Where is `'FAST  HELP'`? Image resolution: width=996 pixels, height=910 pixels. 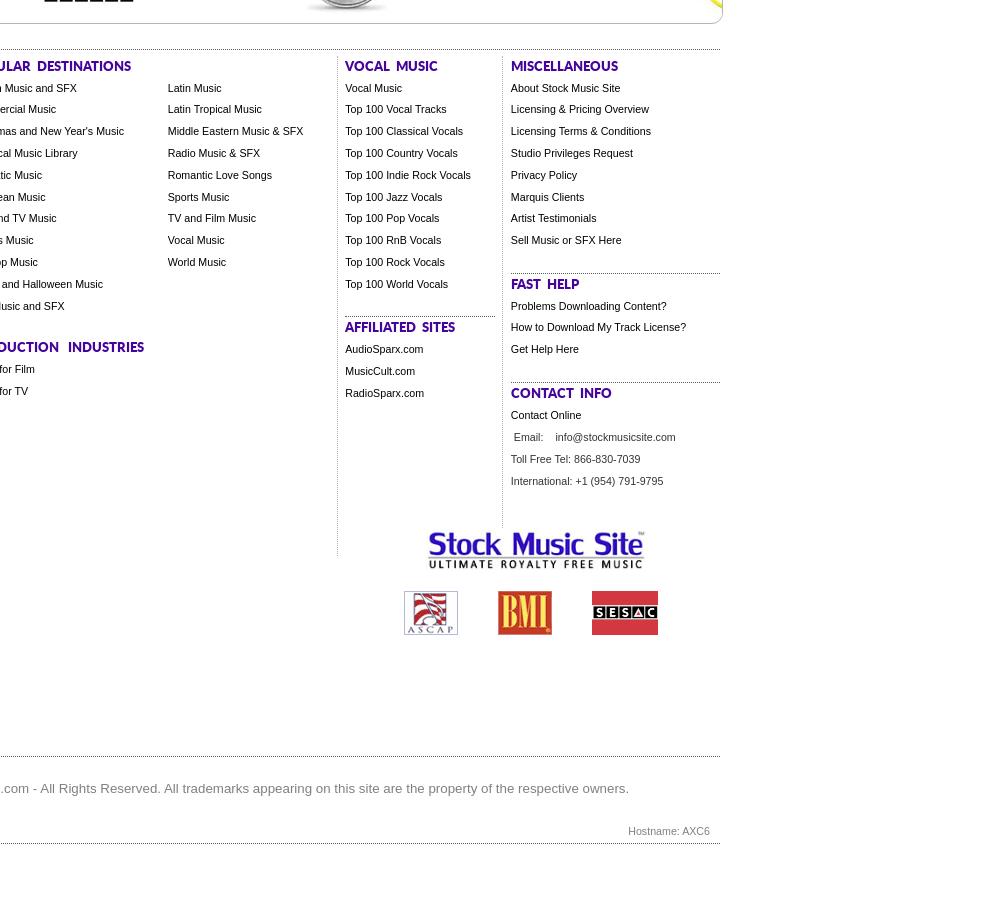
'FAST  HELP' is located at coordinates (509, 281).